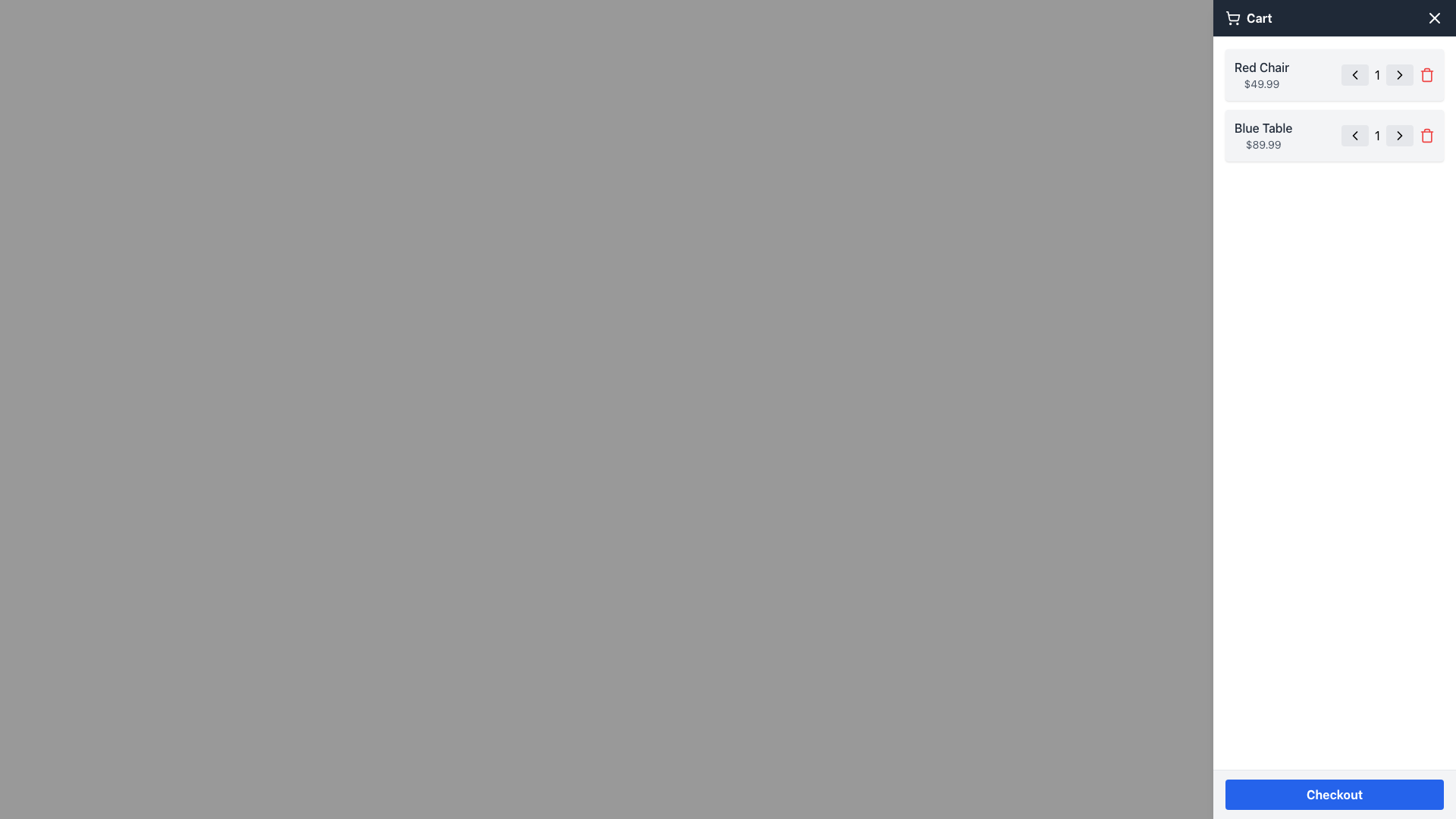 This screenshot has width=1456, height=819. Describe the element at coordinates (1354, 134) in the screenshot. I see `the decrement button for the 'Blue Table' item in the cart to visualize the change in background color` at that location.